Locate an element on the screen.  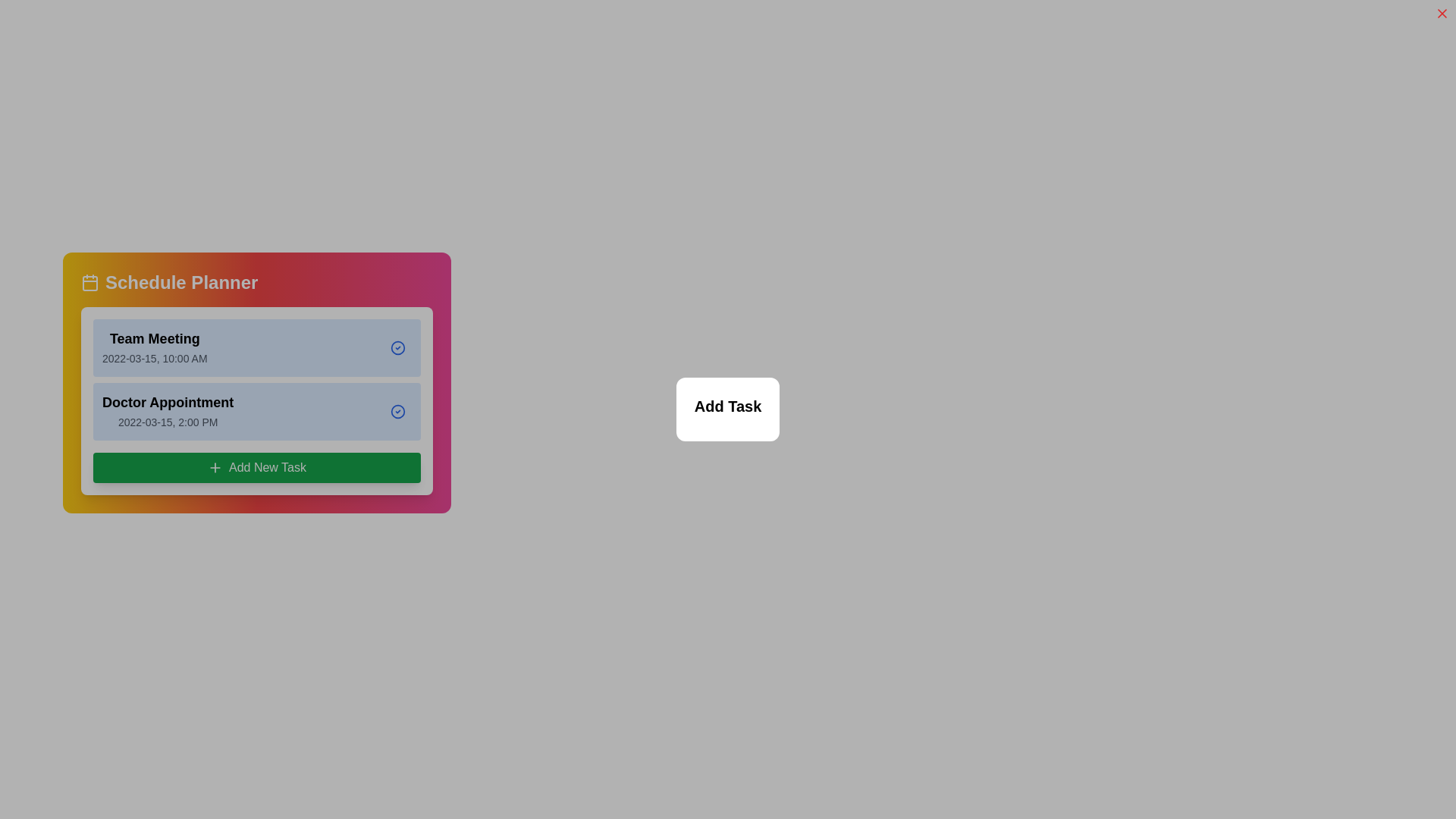
the static text label displaying the date and time information for the 'Team Meeting' event, located beneath the main title 'Team Meeting' is located at coordinates (155, 359).